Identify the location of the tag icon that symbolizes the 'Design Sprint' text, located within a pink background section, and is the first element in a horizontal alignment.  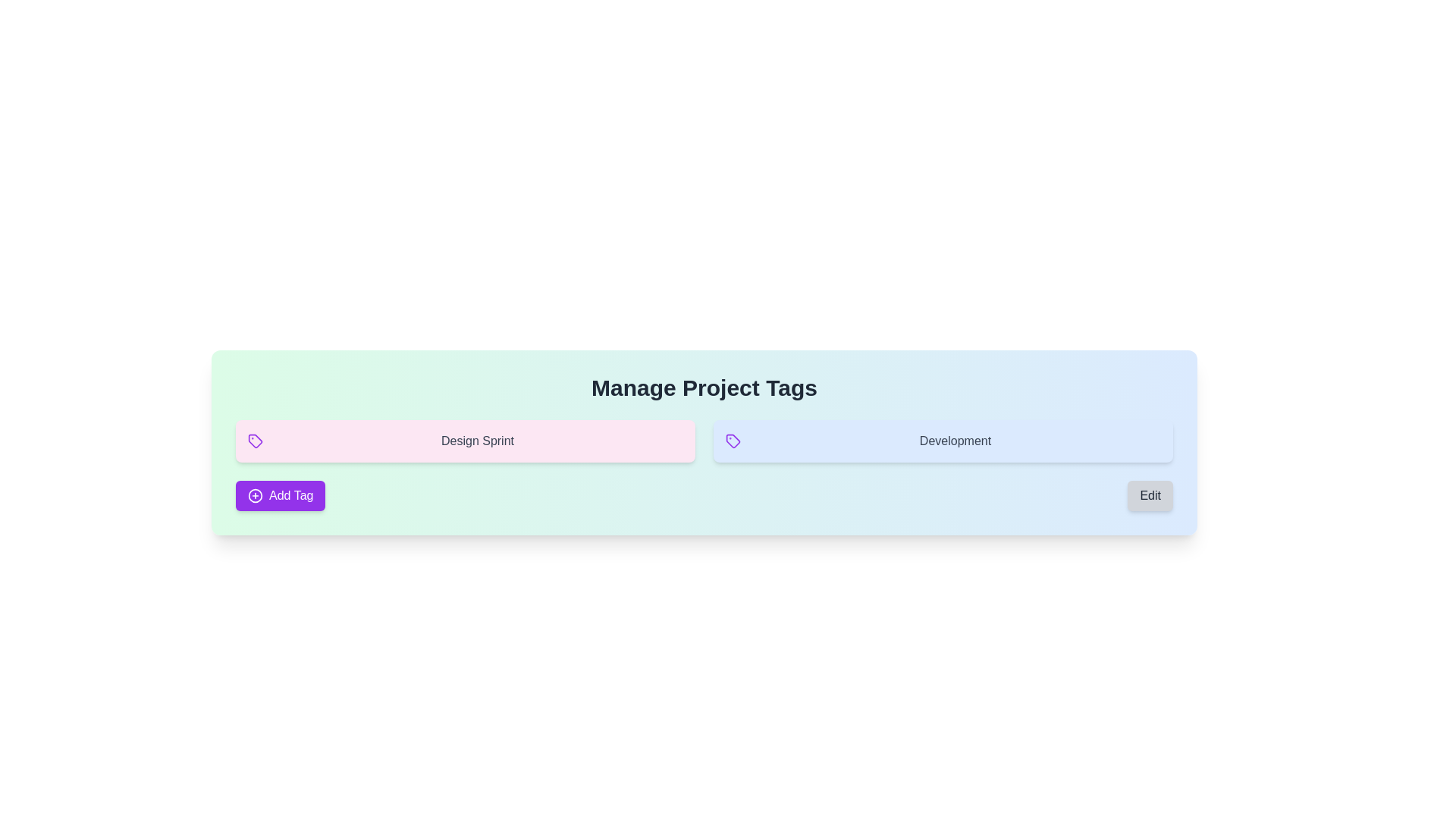
(255, 441).